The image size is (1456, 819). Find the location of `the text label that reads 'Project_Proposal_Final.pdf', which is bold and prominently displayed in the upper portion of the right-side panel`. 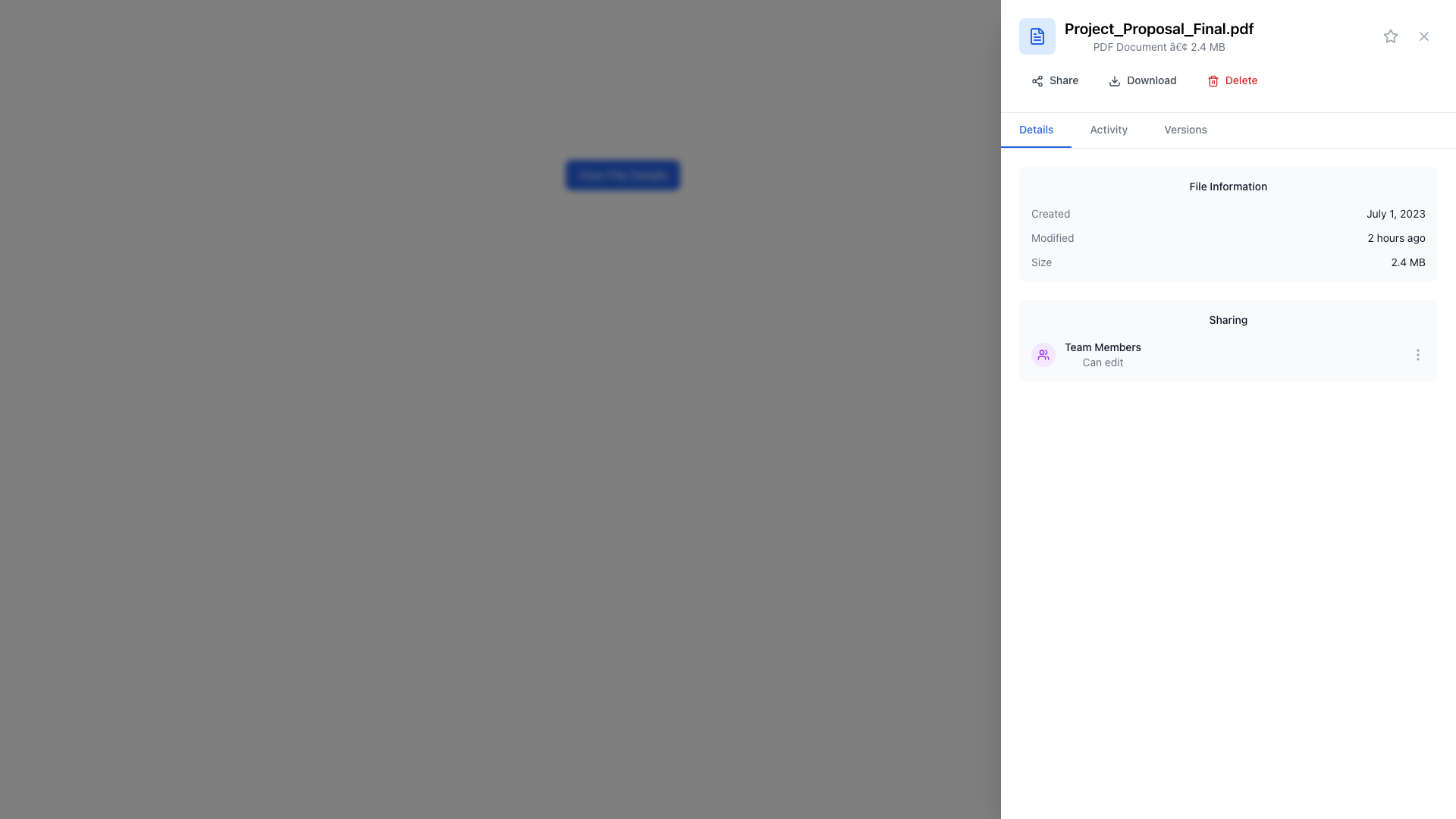

the text label that reads 'Project_Proposal_Final.pdf', which is bold and prominently displayed in the upper portion of the right-side panel is located at coordinates (1158, 29).